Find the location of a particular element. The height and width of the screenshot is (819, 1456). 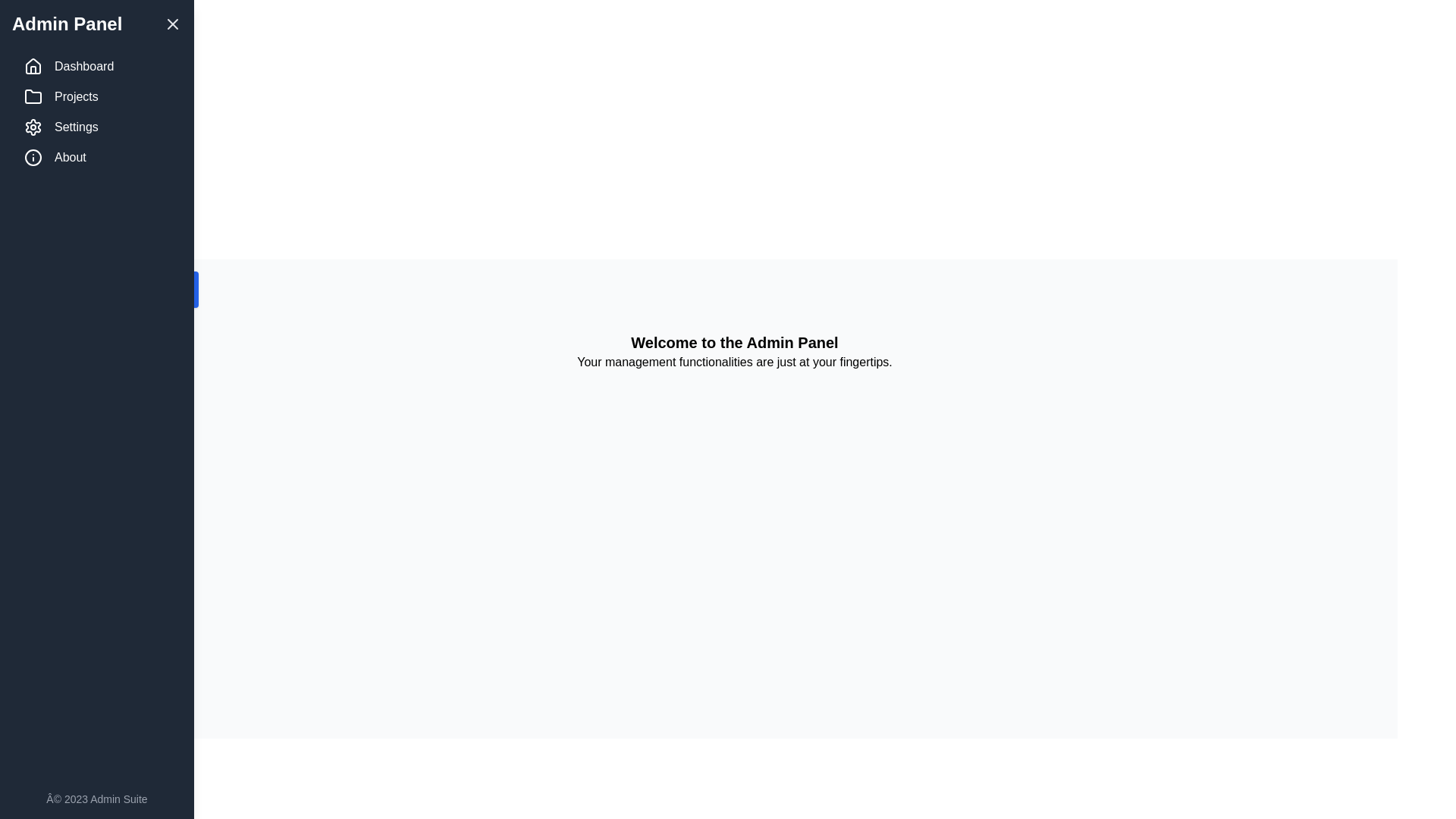

the Dashboard icon in the sidebar menu is located at coordinates (33, 65).